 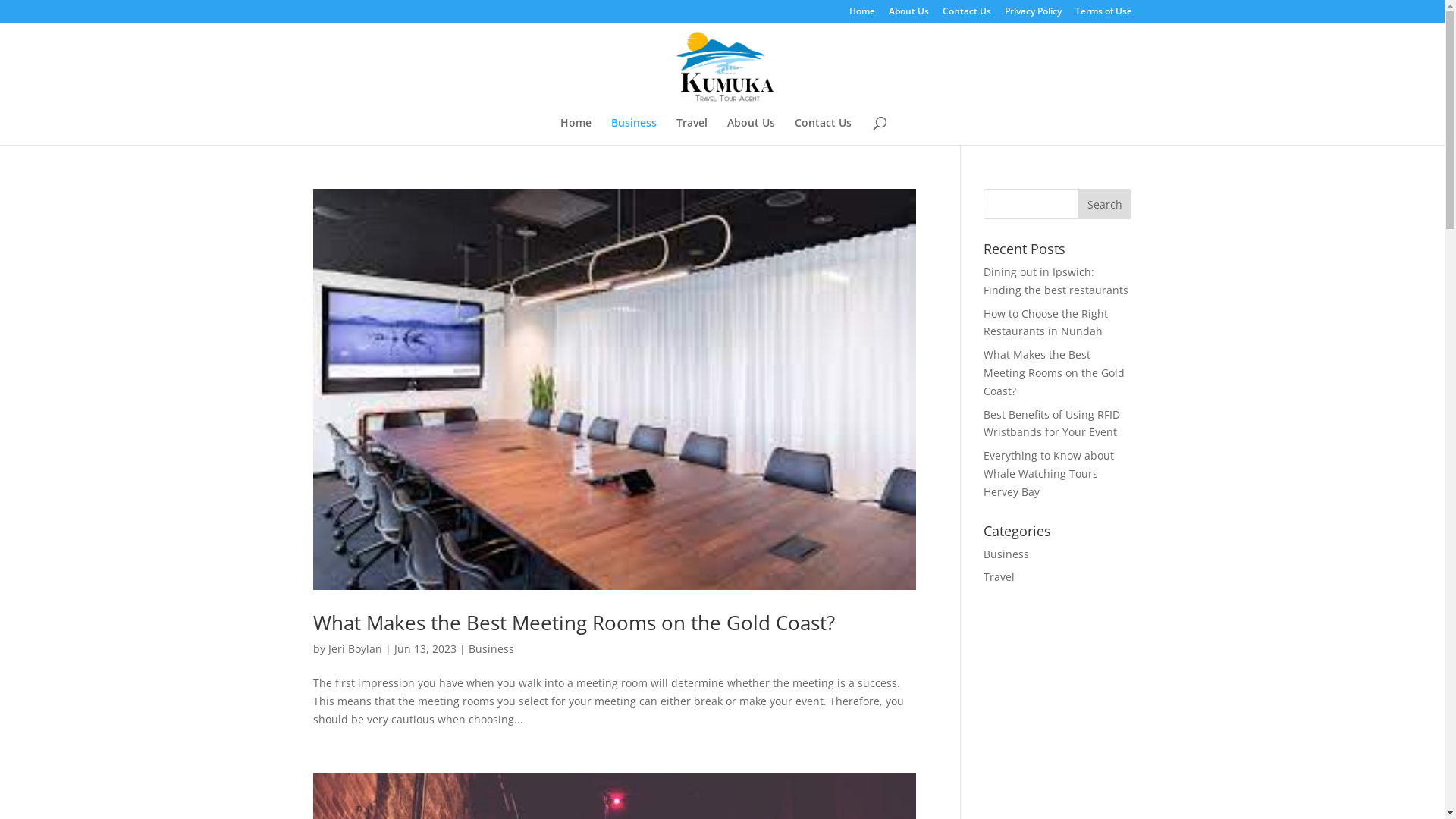 What do you see at coordinates (1105, 203) in the screenshot?
I see `'Search'` at bounding box center [1105, 203].